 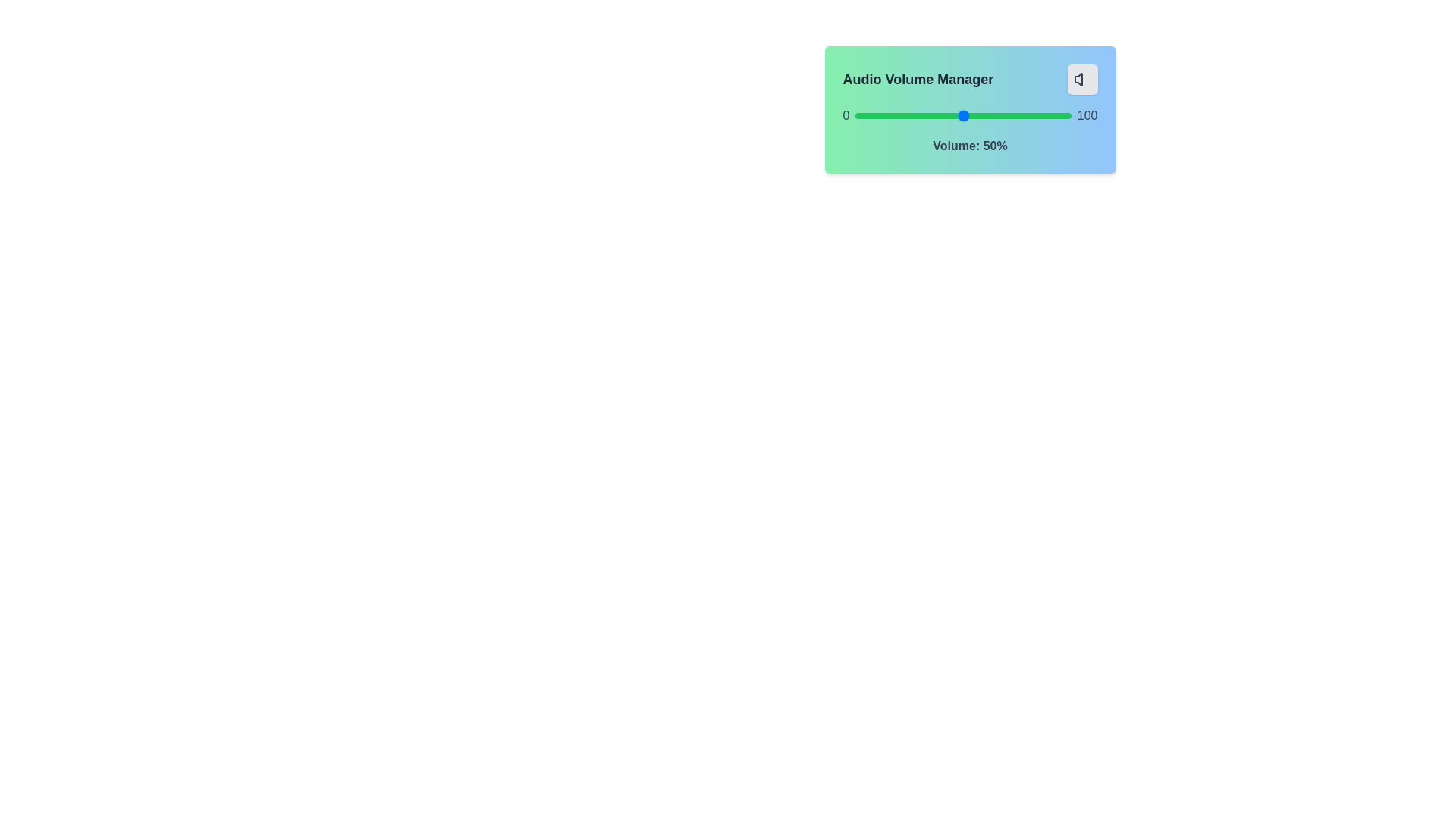 What do you see at coordinates (962, 115) in the screenshot?
I see `the blue knob of the horizontal slider with a green background` at bounding box center [962, 115].